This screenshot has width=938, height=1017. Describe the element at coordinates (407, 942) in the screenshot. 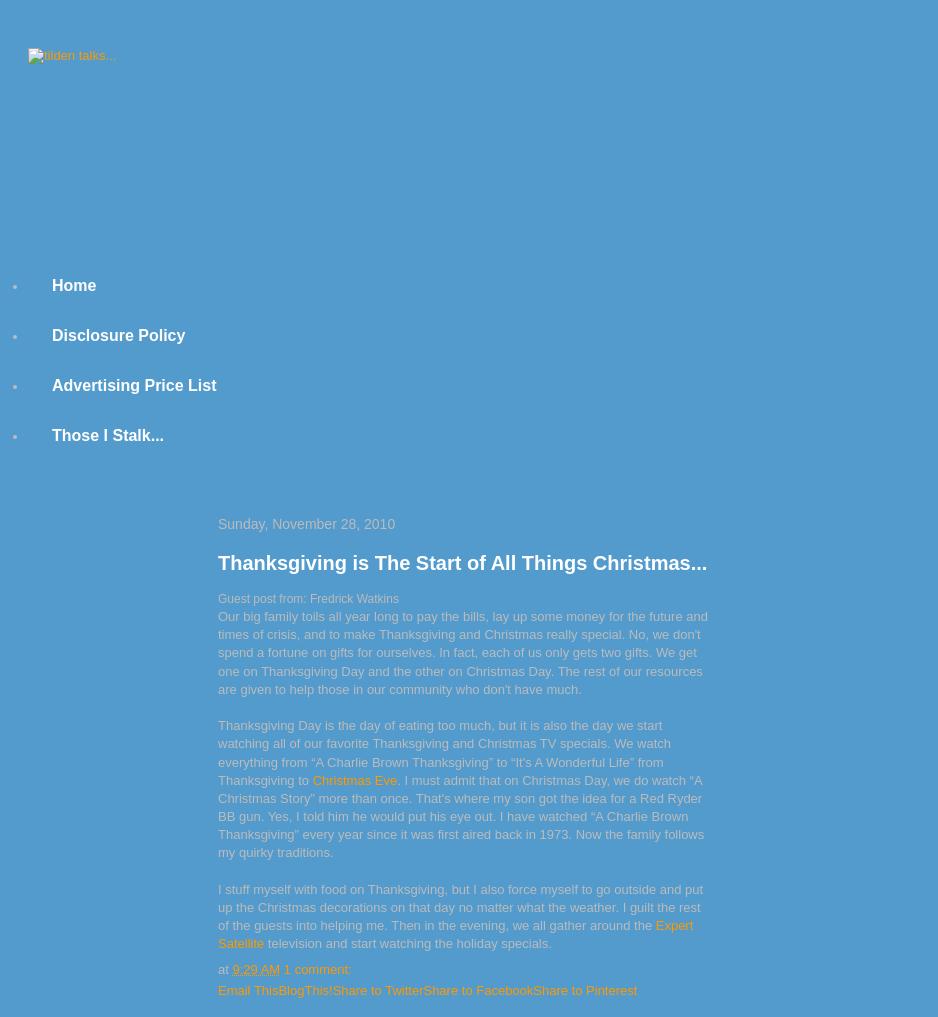

I see `'television and start watching the holiday specials.'` at that location.